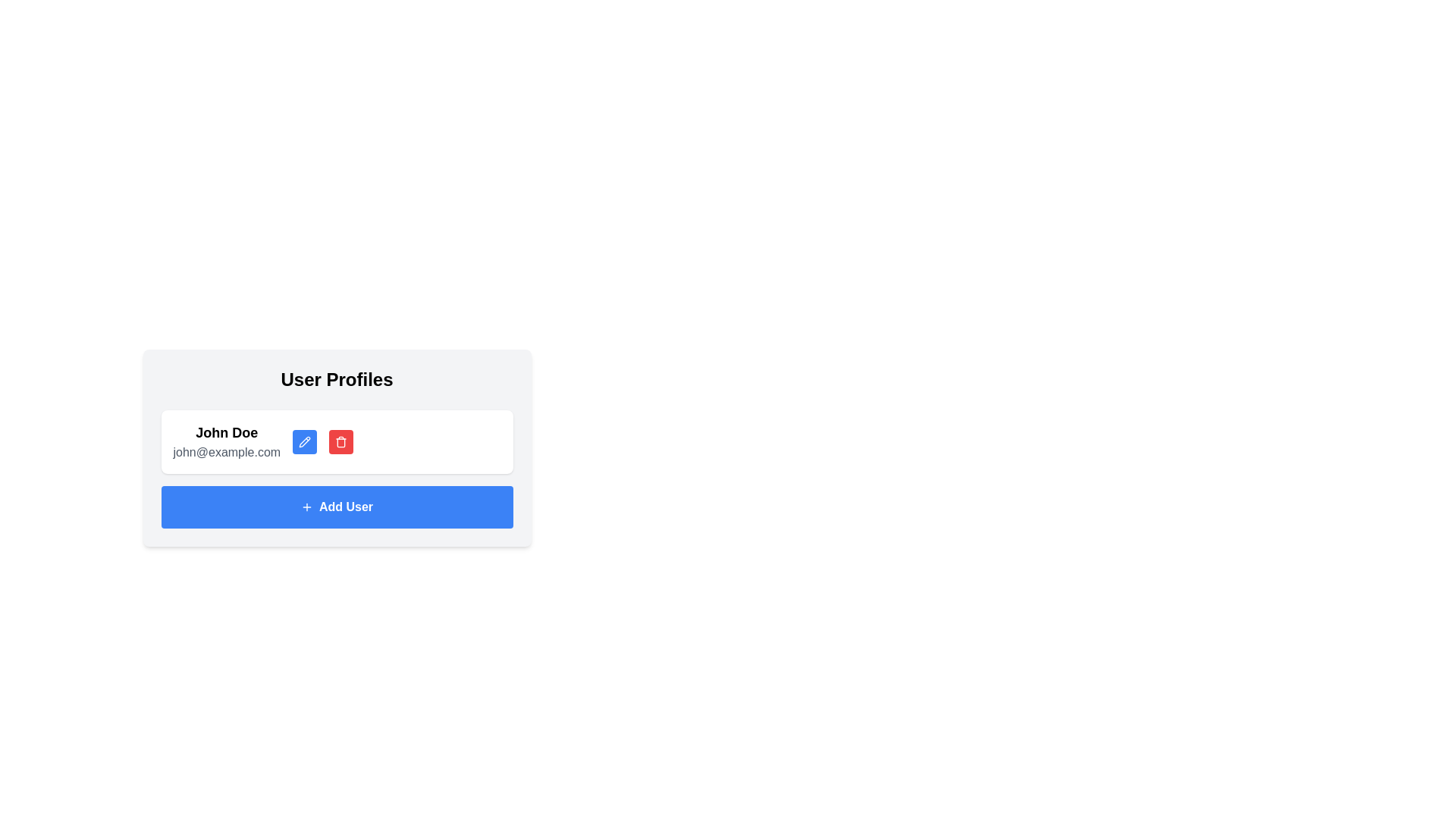 The image size is (1456, 819). What do you see at coordinates (226, 432) in the screenshot?
I see `the text label displaying 'John Doe', which is bold and located above the email address 'john@example.com' in the profile card` at bounding box center [226, 432].